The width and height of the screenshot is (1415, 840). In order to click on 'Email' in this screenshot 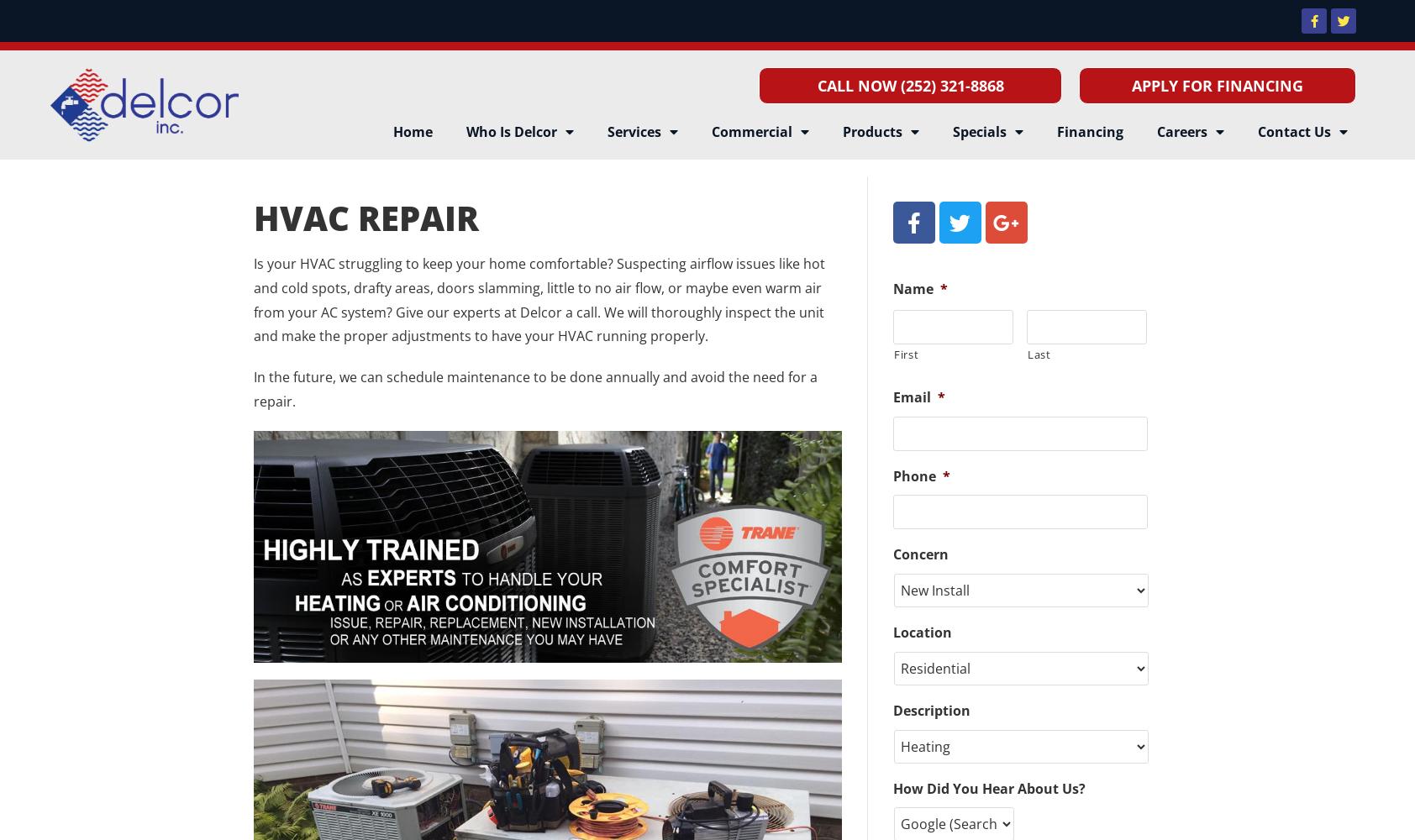, I will do `click(911, 396)`.